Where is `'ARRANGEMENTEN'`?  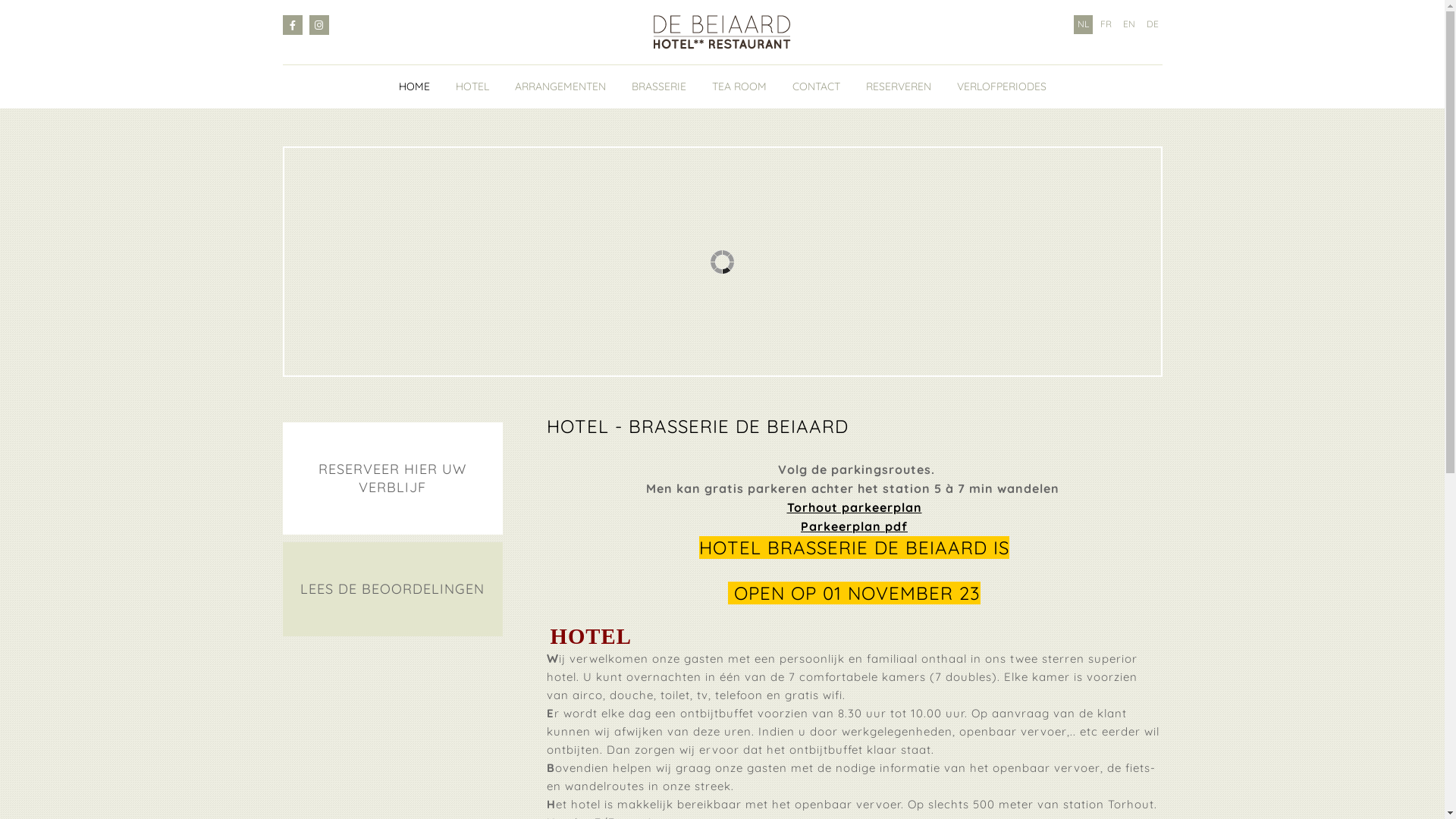 'ARRANGEMENTEN' is located at coordinates (559, 86).